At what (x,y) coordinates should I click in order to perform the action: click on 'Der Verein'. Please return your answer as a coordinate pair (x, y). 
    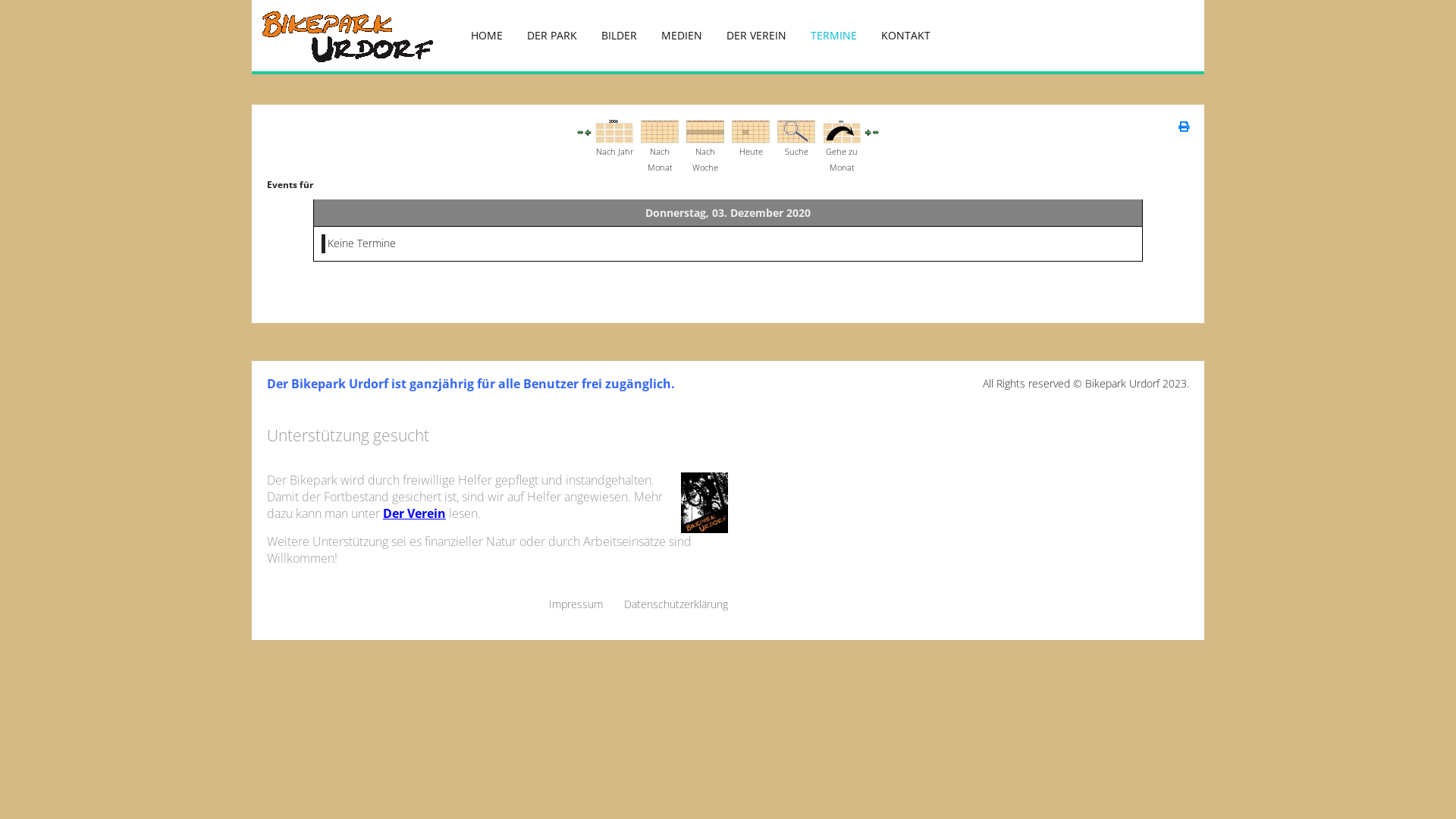
    Looking at the image, I should click on (382, 513).